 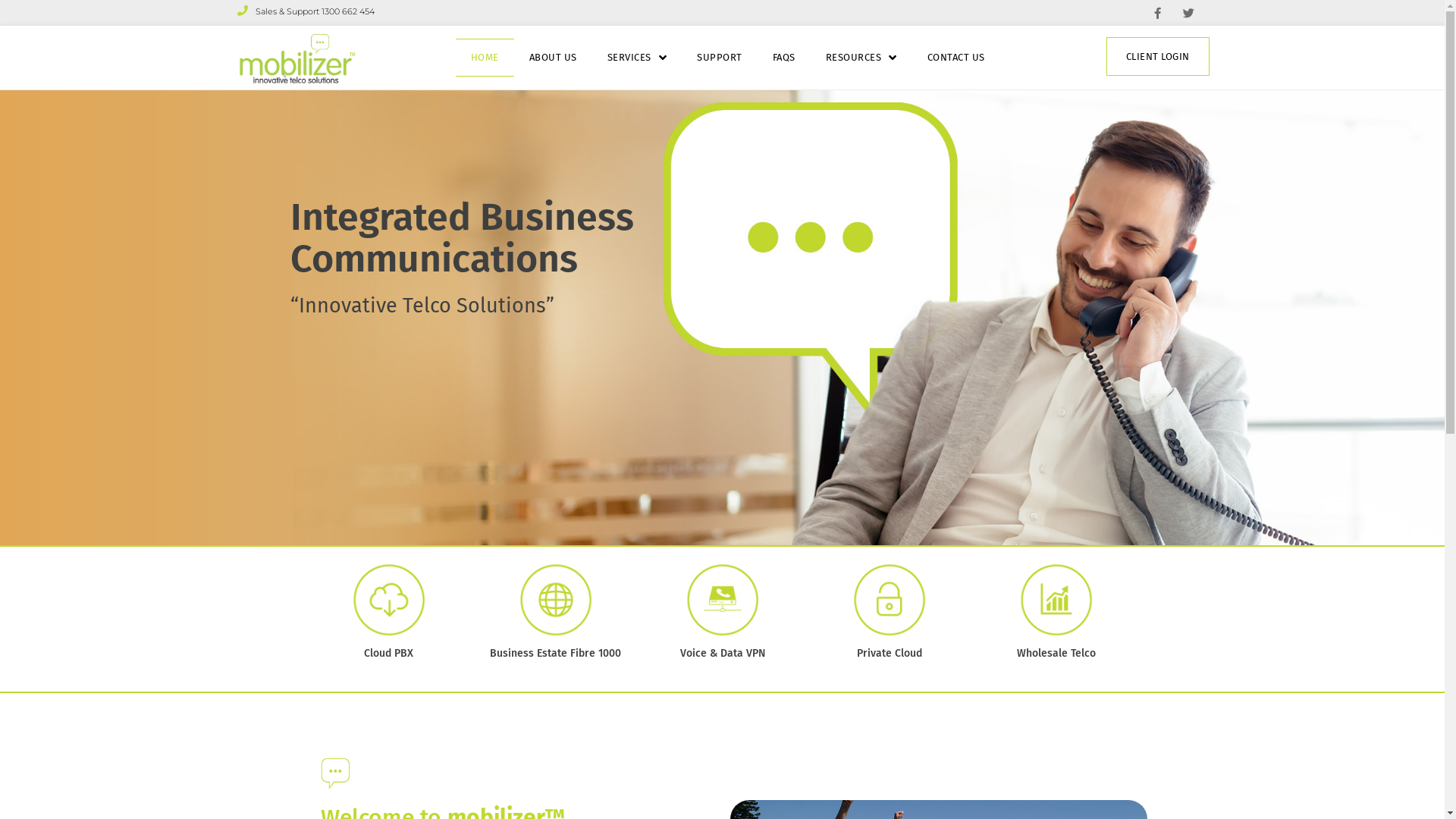 I want to click on 'ABOUT US', so click(x=552, y=57).